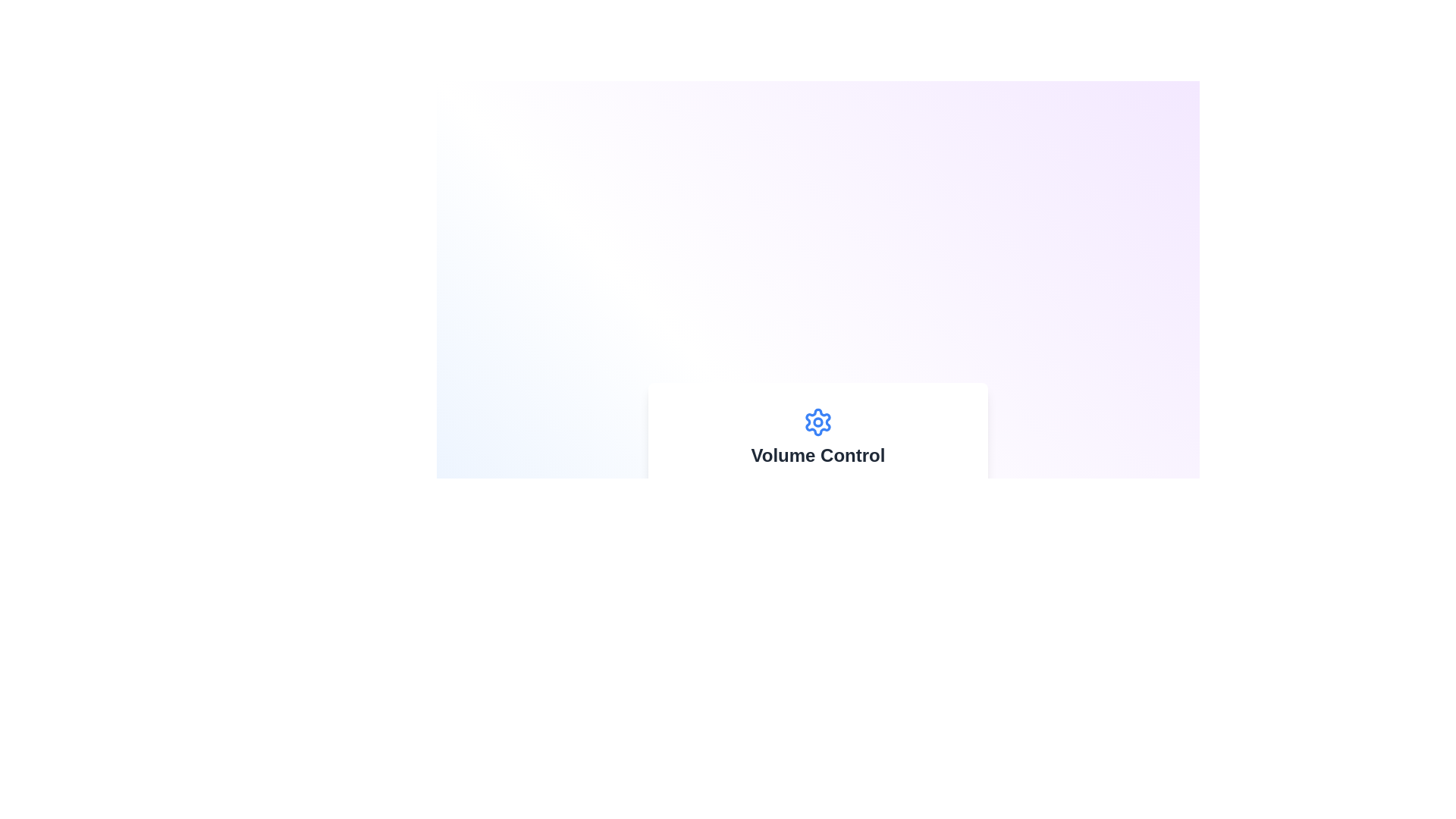  Describe the element at coordinates (817, 422) in the screenshot. I see `the settings icon located in the 'Volume Control' section, positioned above the text 'Volume Control' and aligned with the section's visual center` at that location.